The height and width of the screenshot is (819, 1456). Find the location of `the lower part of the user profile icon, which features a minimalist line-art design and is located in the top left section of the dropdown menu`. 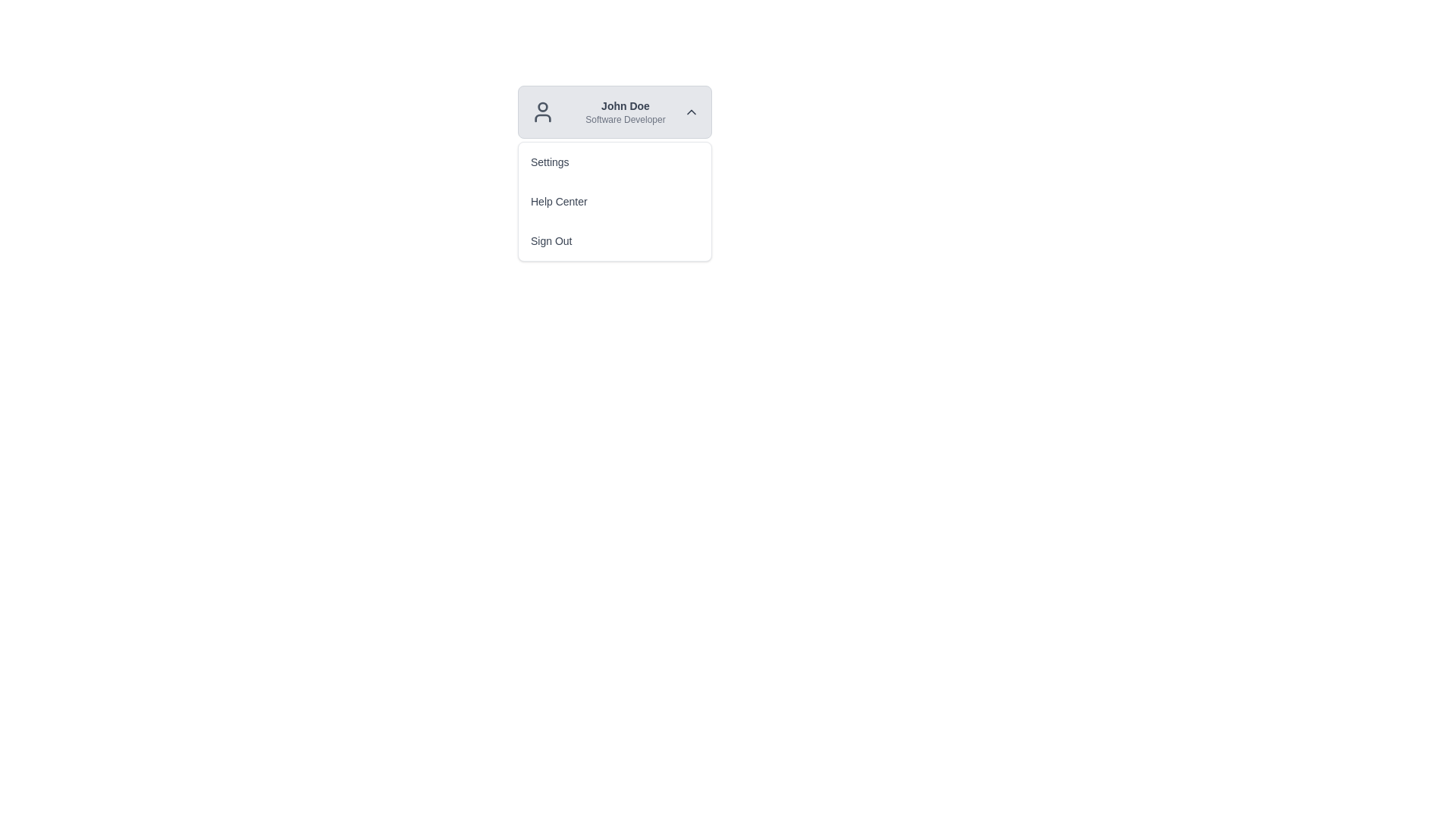

the lower part of the user profile icon, which features a minimalist line-art design and is located in the top left section of the dropdown menu is located at coordinates (542, 117).